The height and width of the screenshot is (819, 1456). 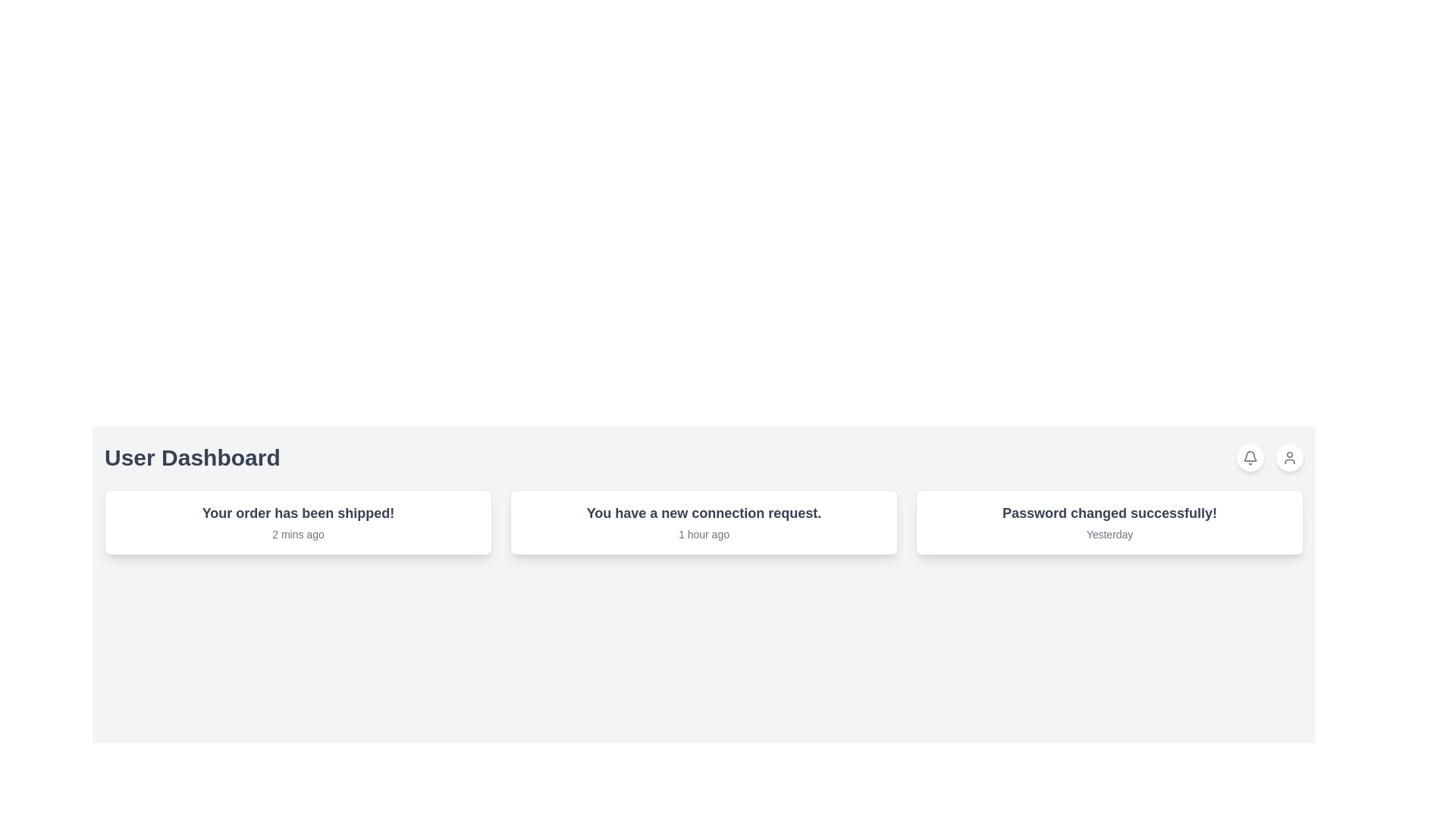 What do you see at coordinates (191, 457) in the screenshot?
I see `the 'User Dashboard' text label, which is prominently displayed in a bold, large font style and gray color at the top-left corner of the dashboard` at bounding box center [191, 457].